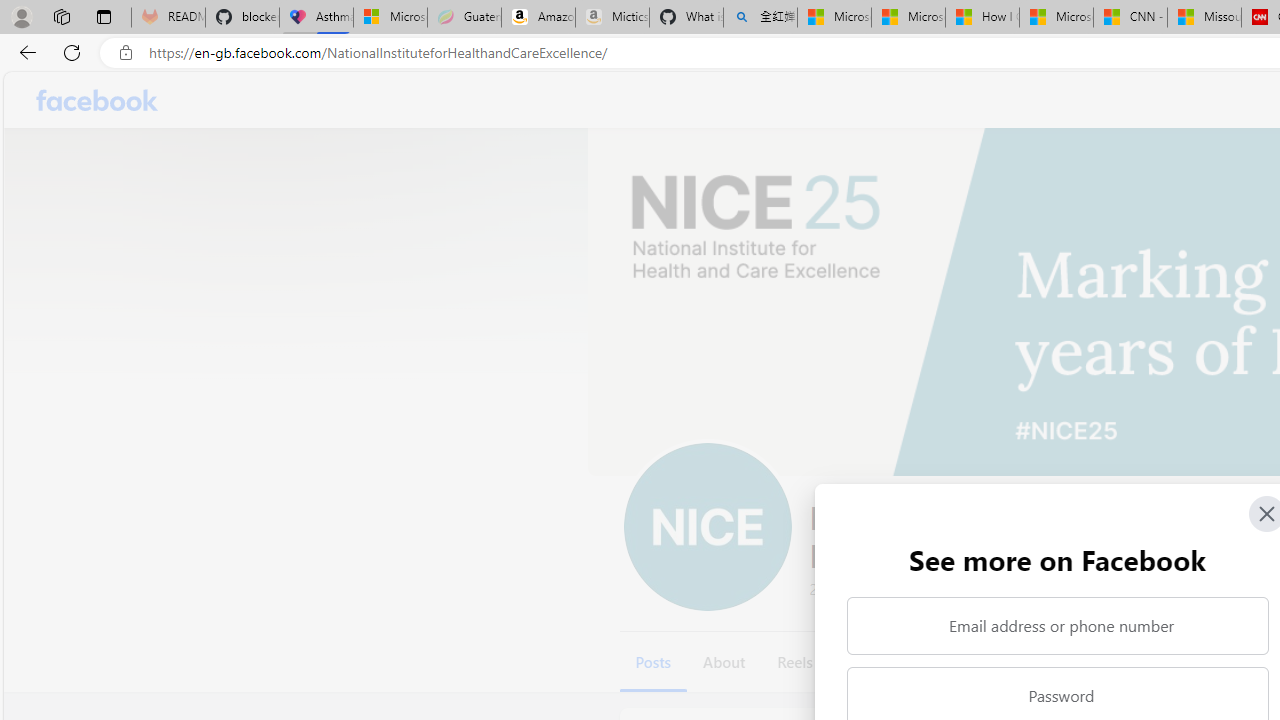 The height and width of the screenshot is (720, 1280). I want to click on 'Asthma Inhalers: Names and Types', so click(315, 17).